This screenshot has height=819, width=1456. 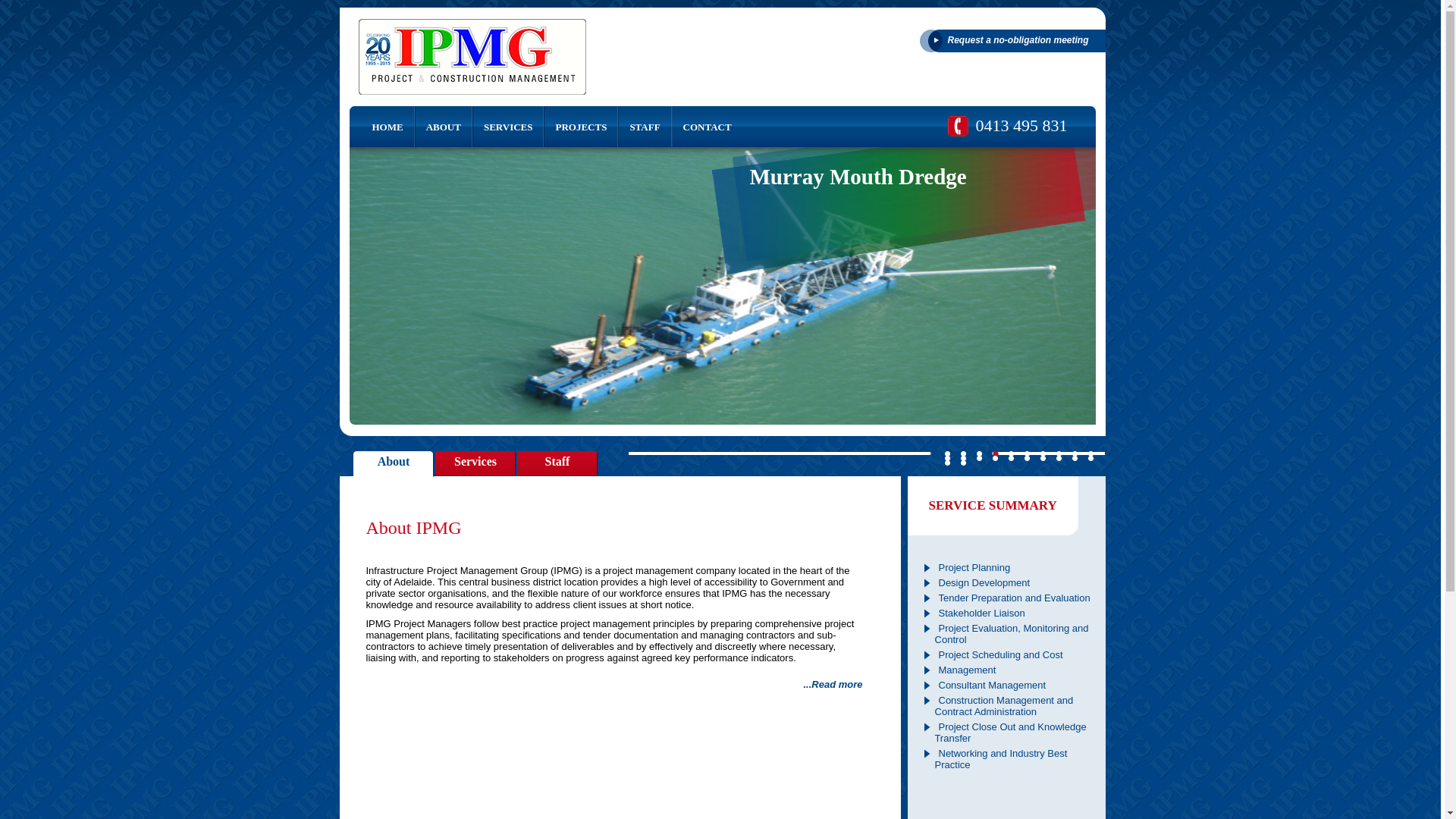 What do you see at coordinates (1055, 457) in the screenshot?
I see `'18'` at bounding box center [1055, 457].